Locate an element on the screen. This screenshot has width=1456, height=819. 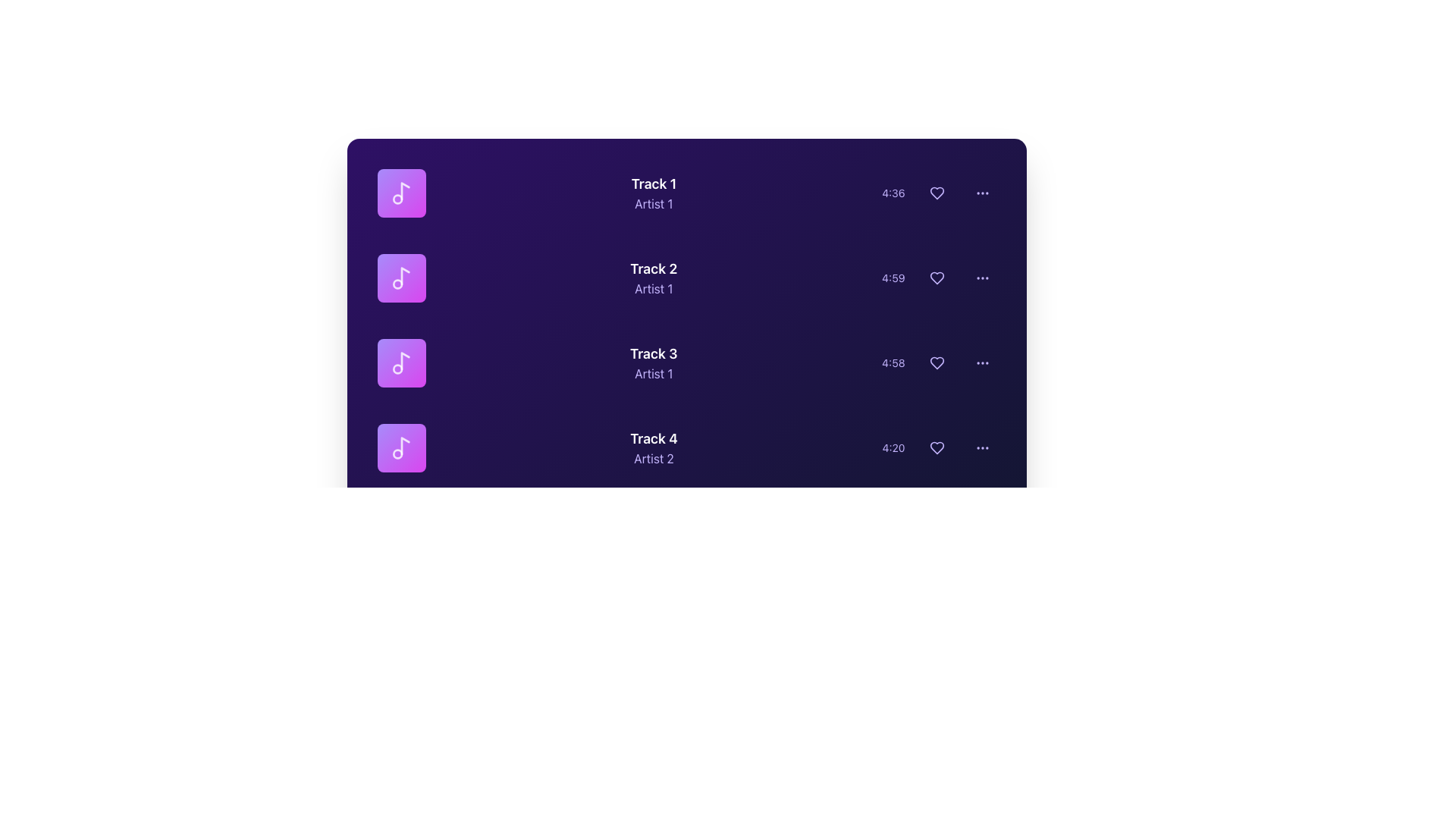
the square button with a gradient background from violet to fuchsia, featuring a white music note icon, located in the leftmost column of the track list, fourth from the top is located at coordinates (401, 447).